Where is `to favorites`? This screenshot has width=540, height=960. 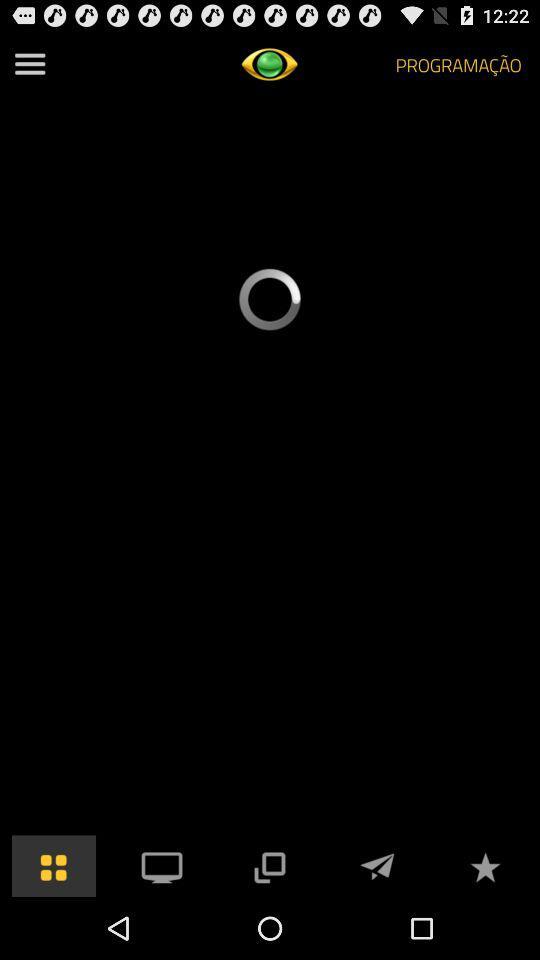 to favorites is located at coordinates (484, 864).